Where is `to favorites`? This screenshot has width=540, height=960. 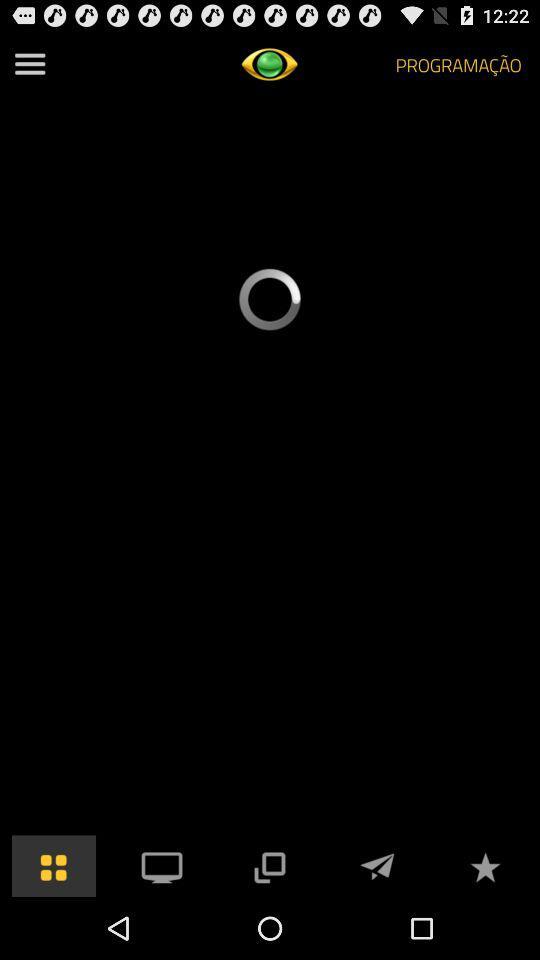 to favorites is located at coordinates (484, 864).